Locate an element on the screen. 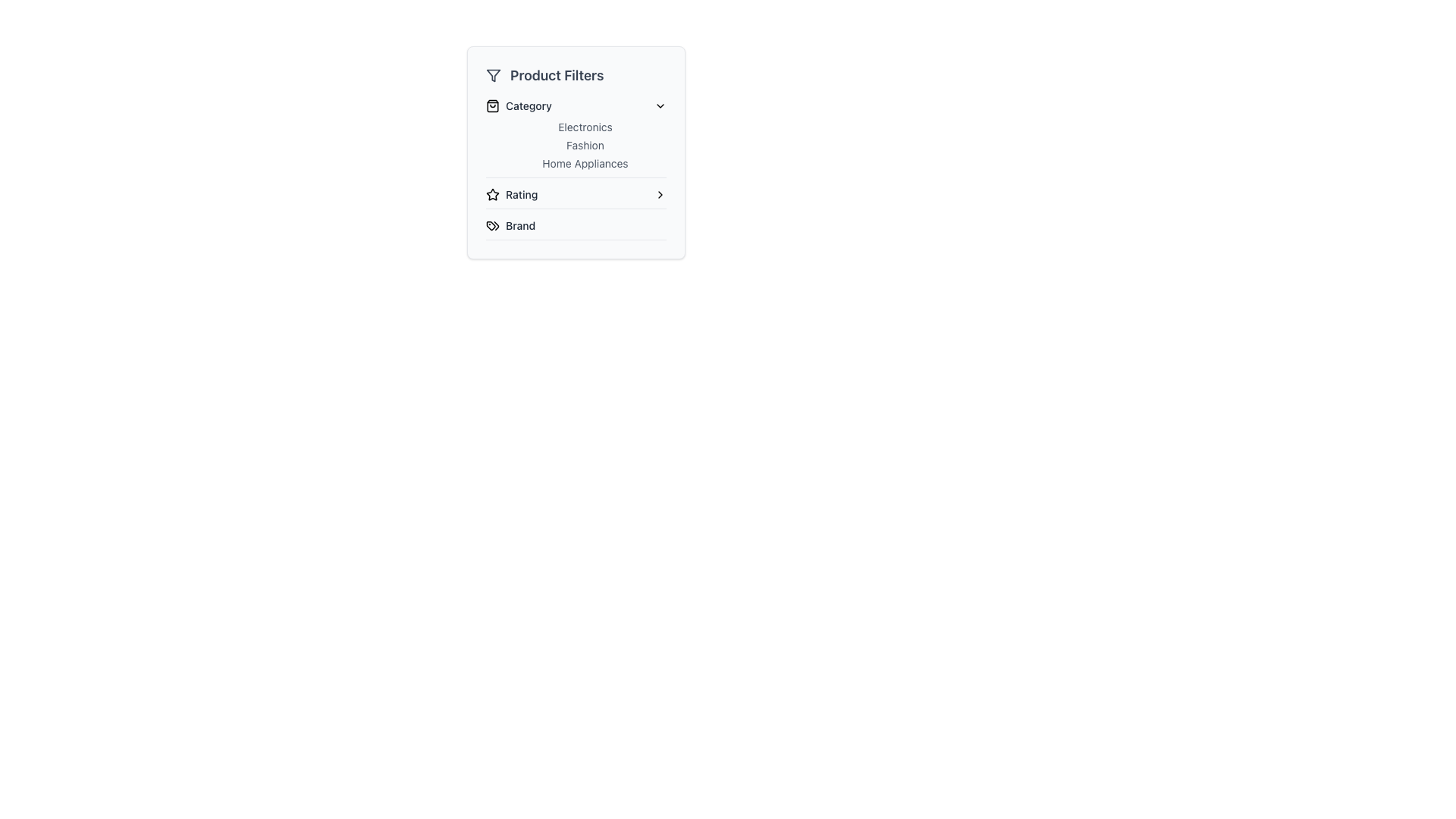 The image size is (1456, 819). the dropdown trigger label located at the top of the 'Product Filters' panel, the first clickable element in the section, to make it accessible for navigation is located at coordinates (519, 105).